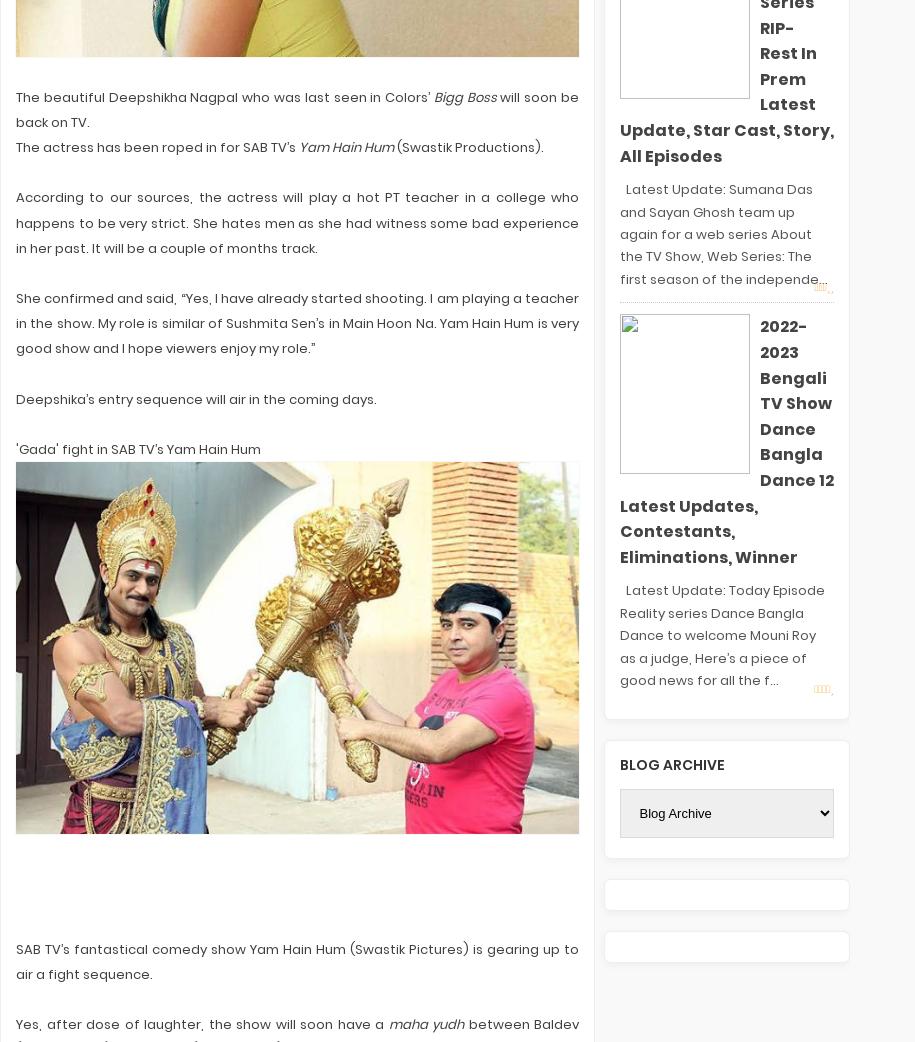 The image size is (915, 1042). What do you see at coordinates (392, 146) in the screenshot?
I see `'(Swastik Productions).'` at bounding box center [392, 146].